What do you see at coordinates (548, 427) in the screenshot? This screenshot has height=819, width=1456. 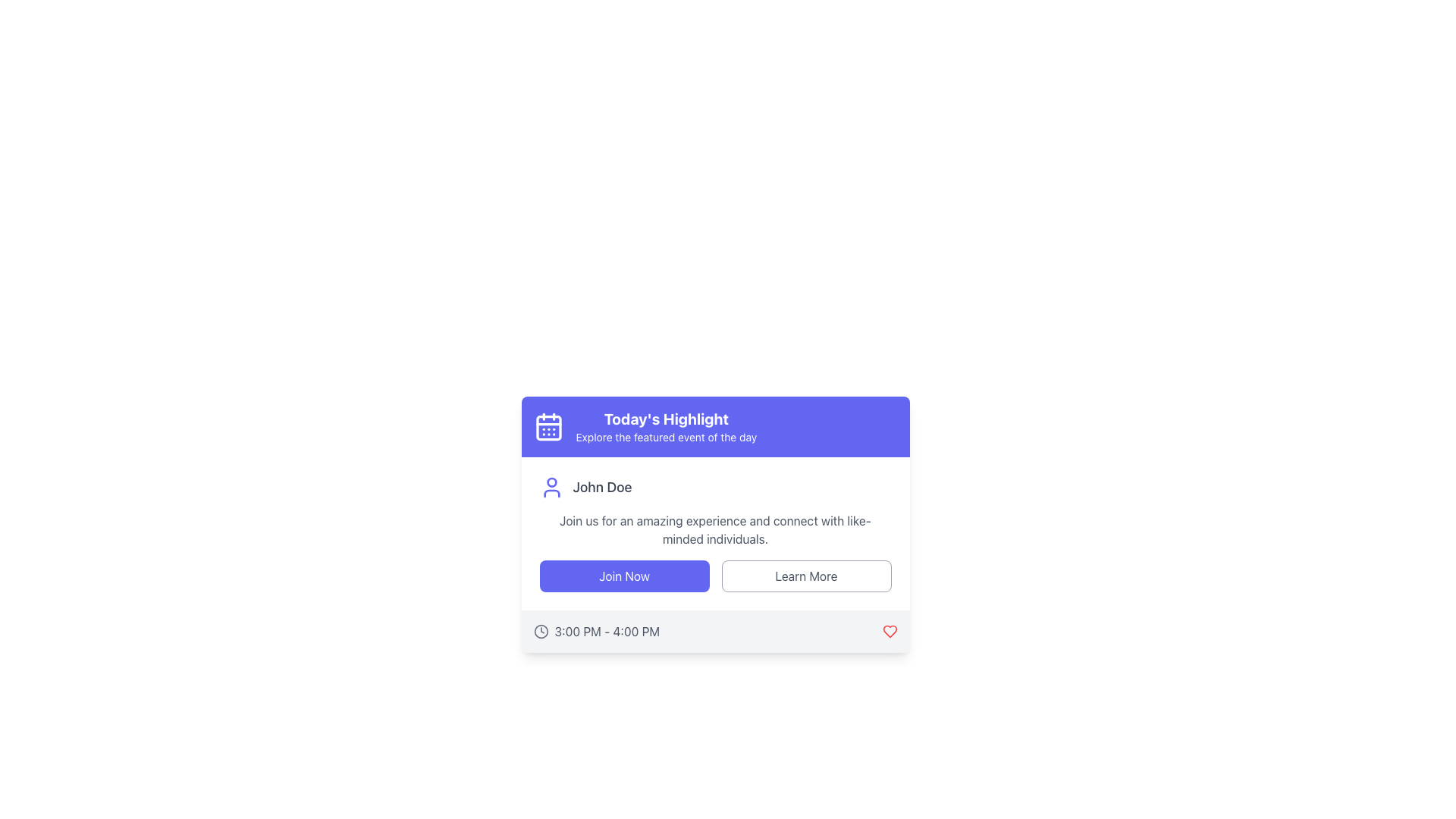 I see `the calendar icon located in the header section of 'Today's Highlight', characterized by its grid-like design and white lines on a purple background` at bounding box center [548, 427].